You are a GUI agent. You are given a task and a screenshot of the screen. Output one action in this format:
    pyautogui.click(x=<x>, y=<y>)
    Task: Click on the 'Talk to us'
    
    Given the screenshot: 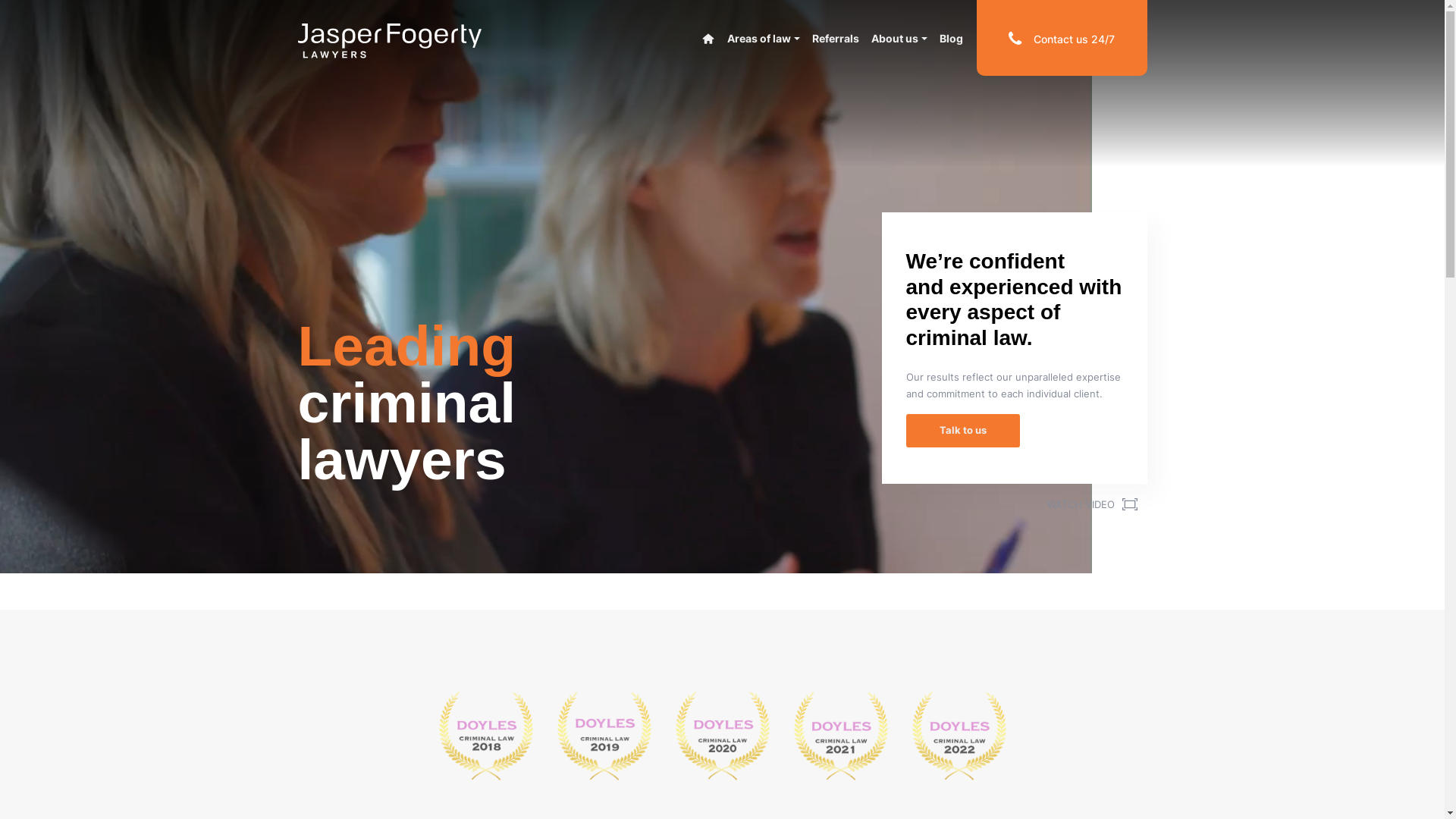 What is the action you would take?
    pyautogui.click(x=961, y=430)
    